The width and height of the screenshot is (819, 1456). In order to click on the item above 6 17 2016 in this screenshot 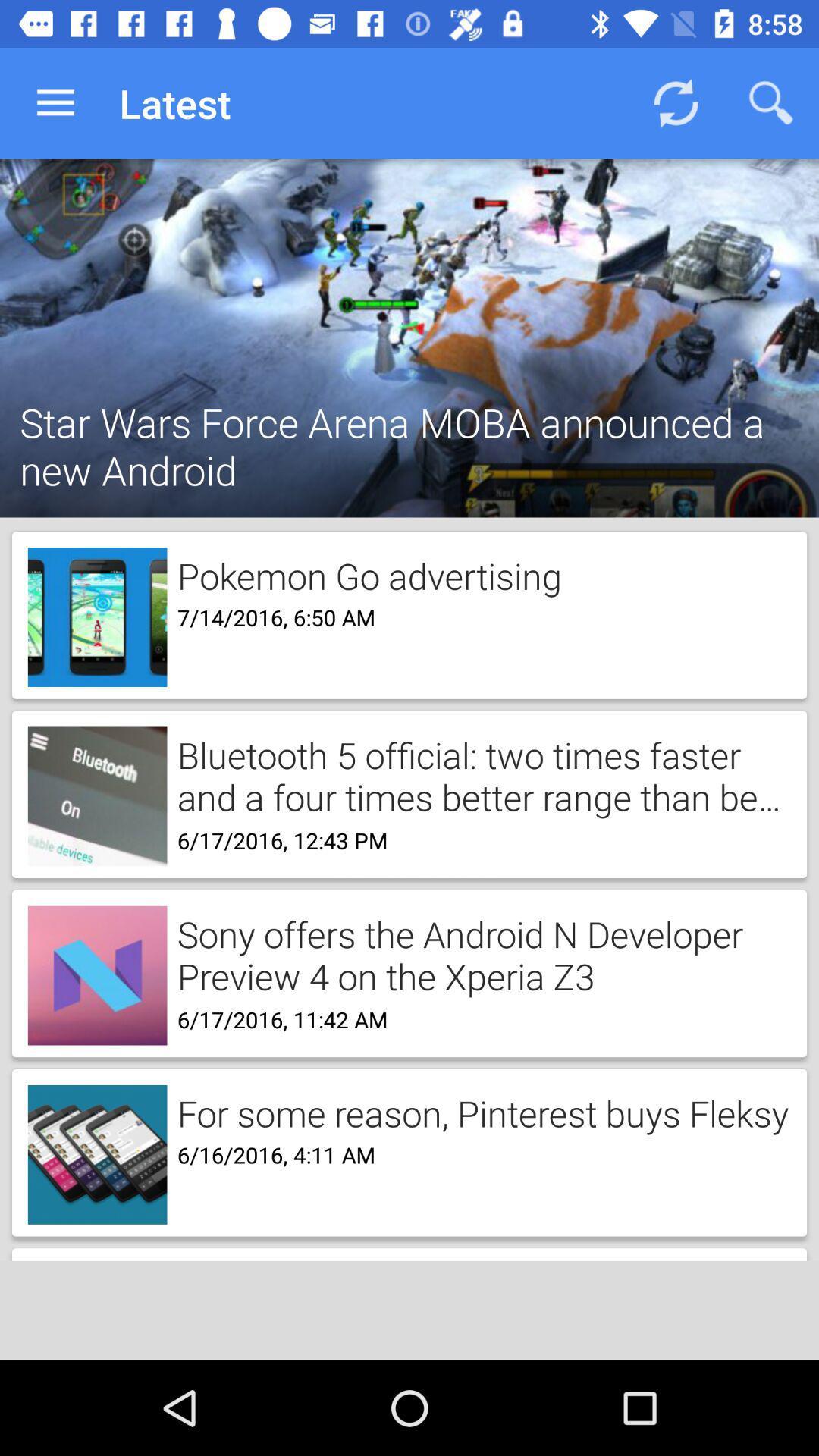, I will do `click(479, 953)`.